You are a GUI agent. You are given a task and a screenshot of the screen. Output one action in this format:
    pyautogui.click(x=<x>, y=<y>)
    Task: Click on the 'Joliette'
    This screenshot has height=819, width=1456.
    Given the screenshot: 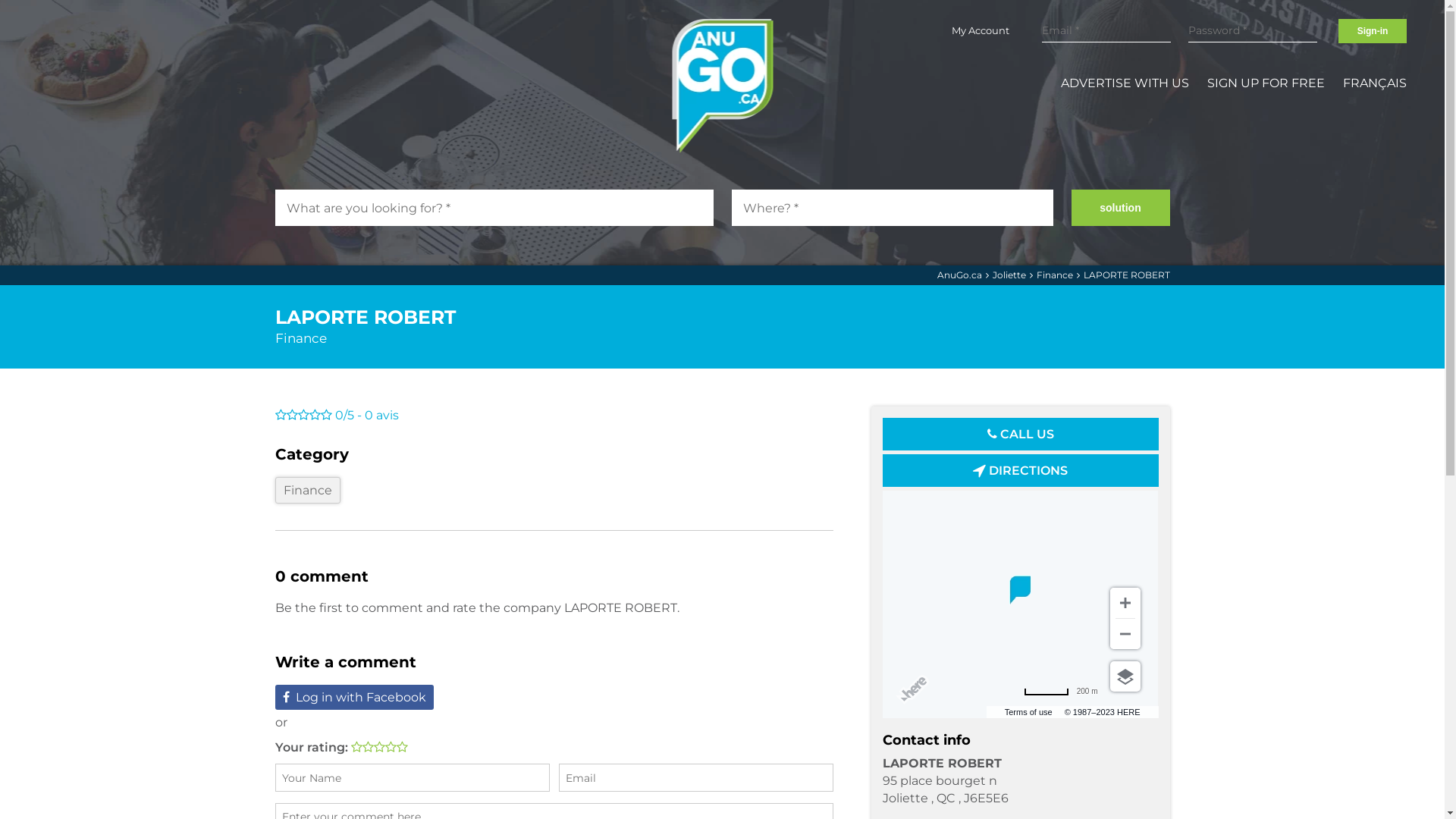 What is the action you would take?
    pyautogui.click(x=1008, y=275)
    